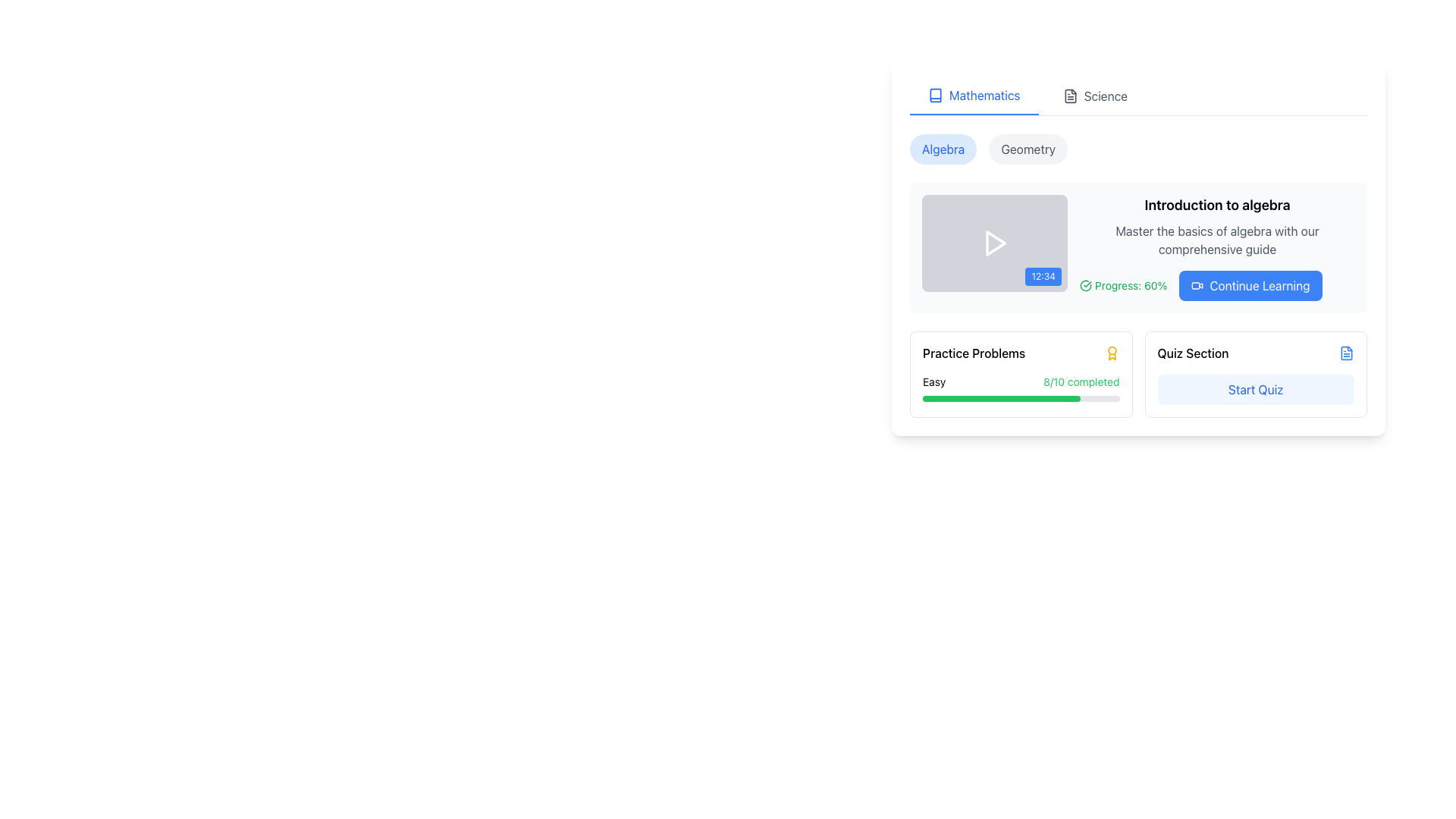 The width and height of the screenshot is (1456, 819). I want to click on the circular graphic element within the award icon SVG, which is styled as a badge or medal and has a golden appearance, so click(1112, 350).